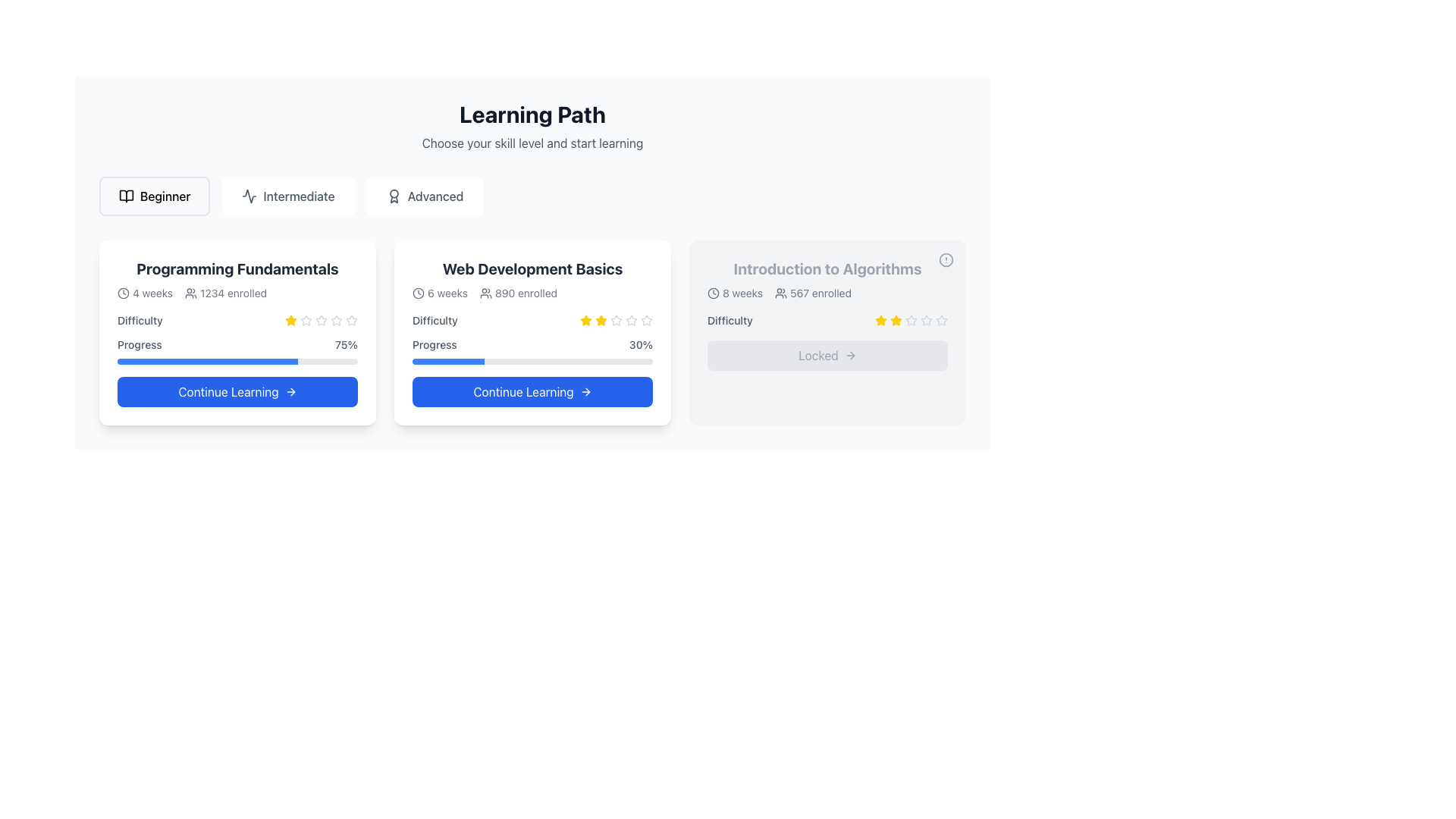 This screenshot has width=1456, height=819. What do you see at coordinates (320, 320) in the screenshot?
I see `the third star in the rating system` at bounding box center [320, 320].